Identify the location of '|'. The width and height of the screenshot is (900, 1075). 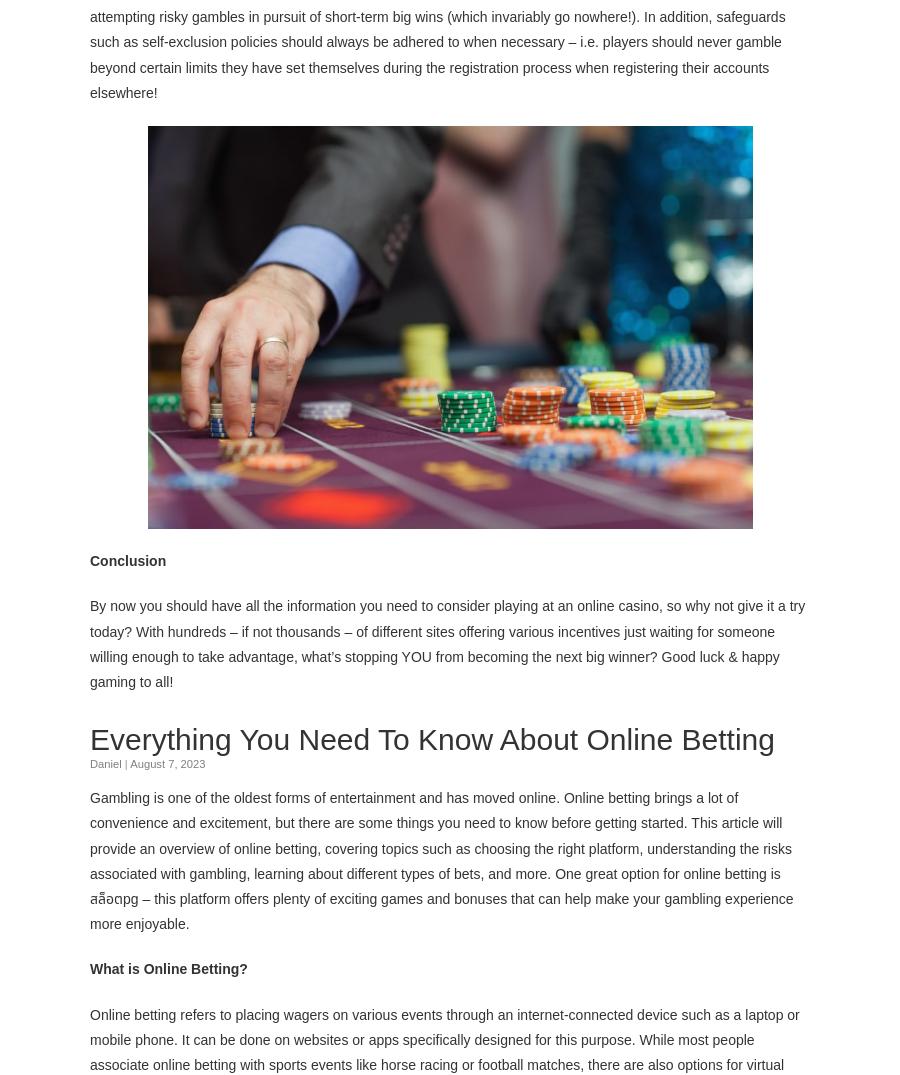
(124, 763).